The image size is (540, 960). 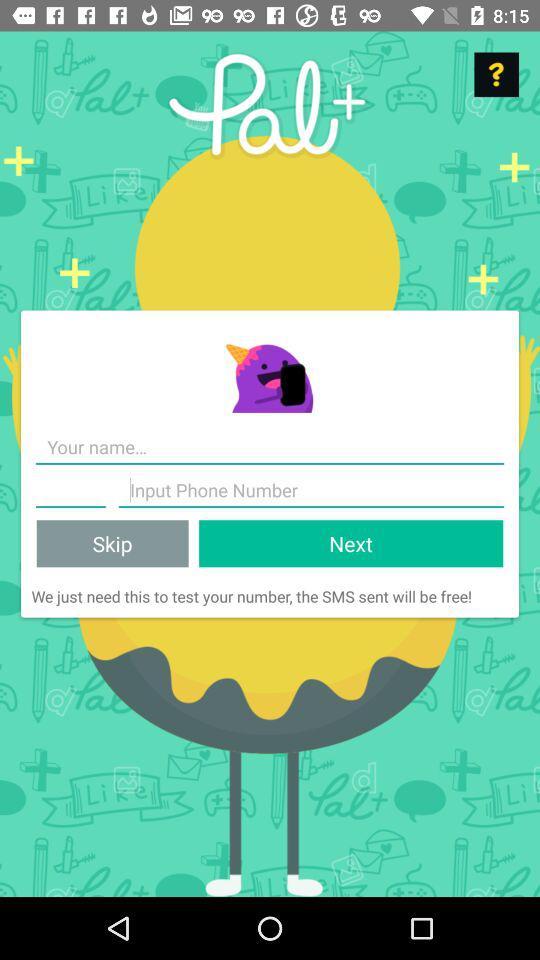 What do you see at coordinates (495, 74) in the screenshot?
I see `the item at the top right corner` at bounding box center [495, 74].